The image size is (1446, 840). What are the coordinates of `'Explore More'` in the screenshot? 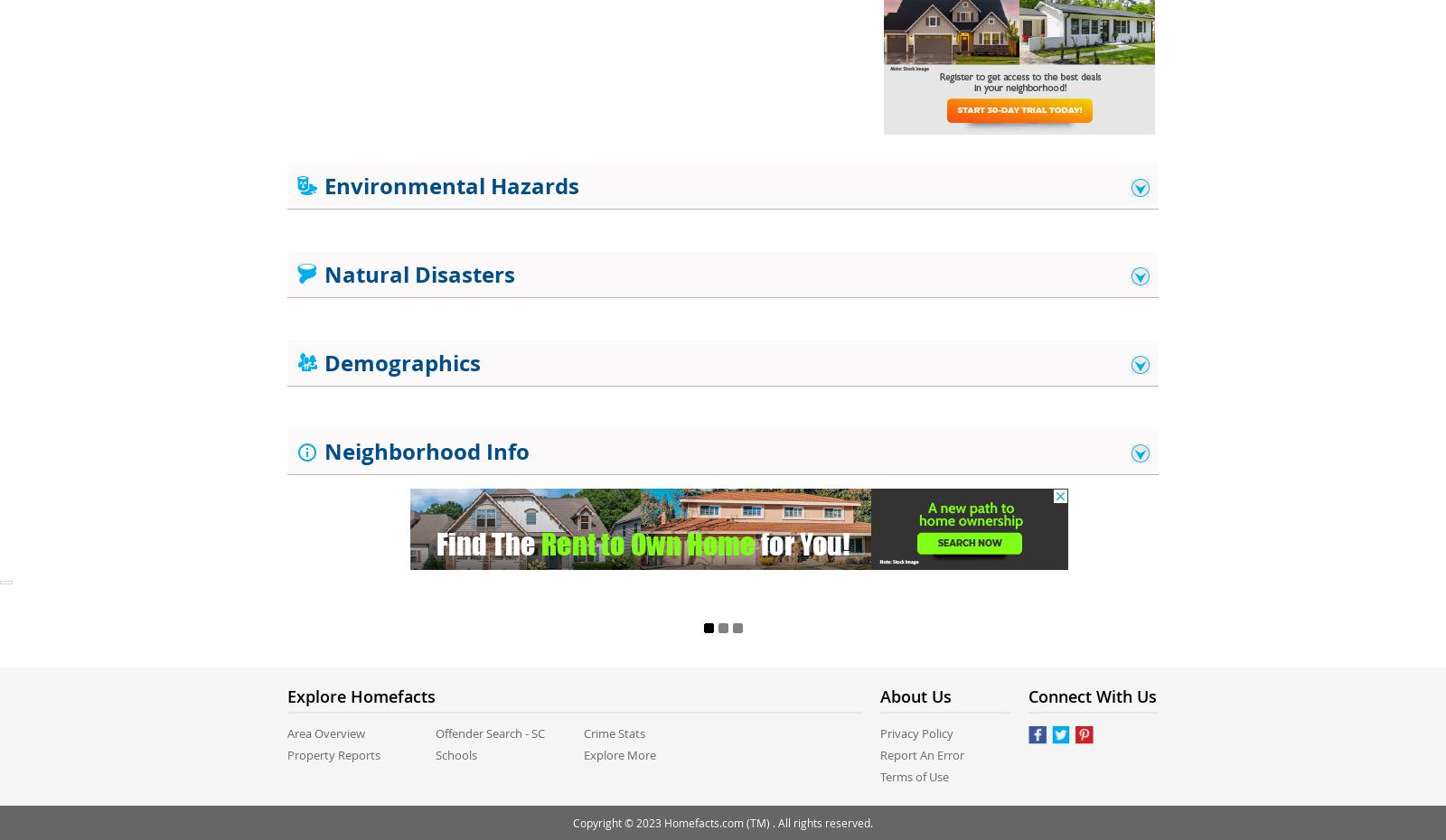 It's located at (619, 753).